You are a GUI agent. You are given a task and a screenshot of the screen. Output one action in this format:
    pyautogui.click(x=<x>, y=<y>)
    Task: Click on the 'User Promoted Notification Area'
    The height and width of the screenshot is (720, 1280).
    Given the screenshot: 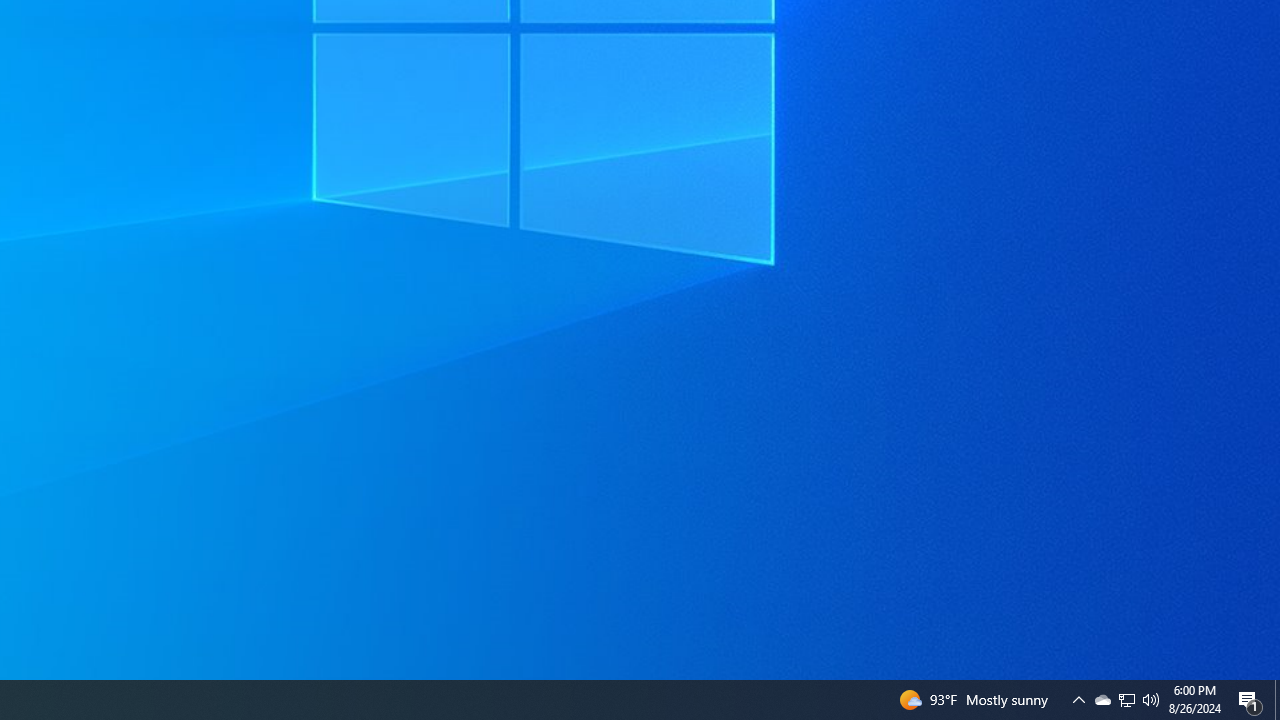 What is the action you would take?
    pyautogui.click(x=1151, y=698)
    